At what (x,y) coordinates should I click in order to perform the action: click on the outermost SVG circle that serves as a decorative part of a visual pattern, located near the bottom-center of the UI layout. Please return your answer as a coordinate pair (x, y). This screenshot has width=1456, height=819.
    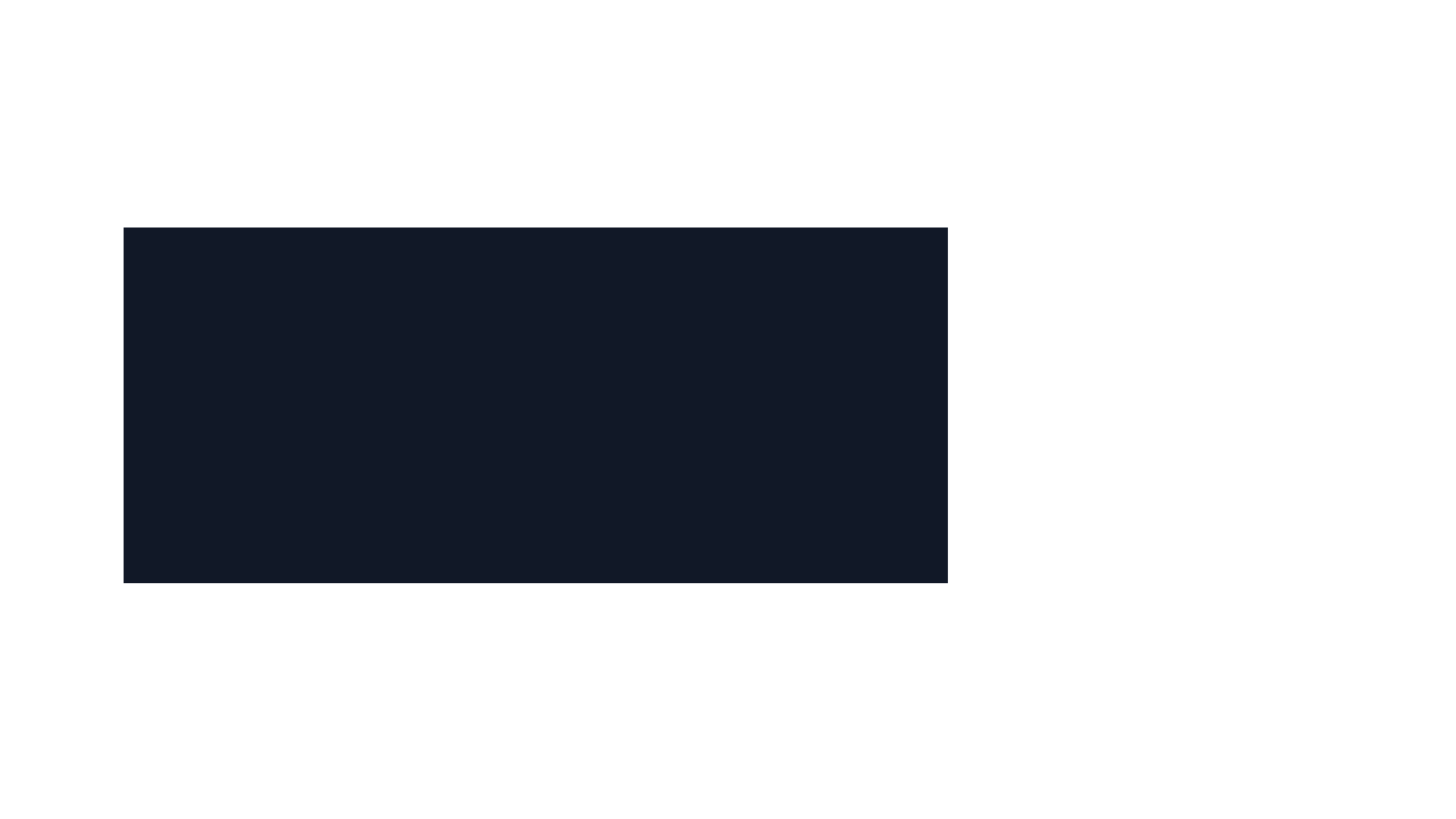
    Looking at the image, I should click on (431, 772).